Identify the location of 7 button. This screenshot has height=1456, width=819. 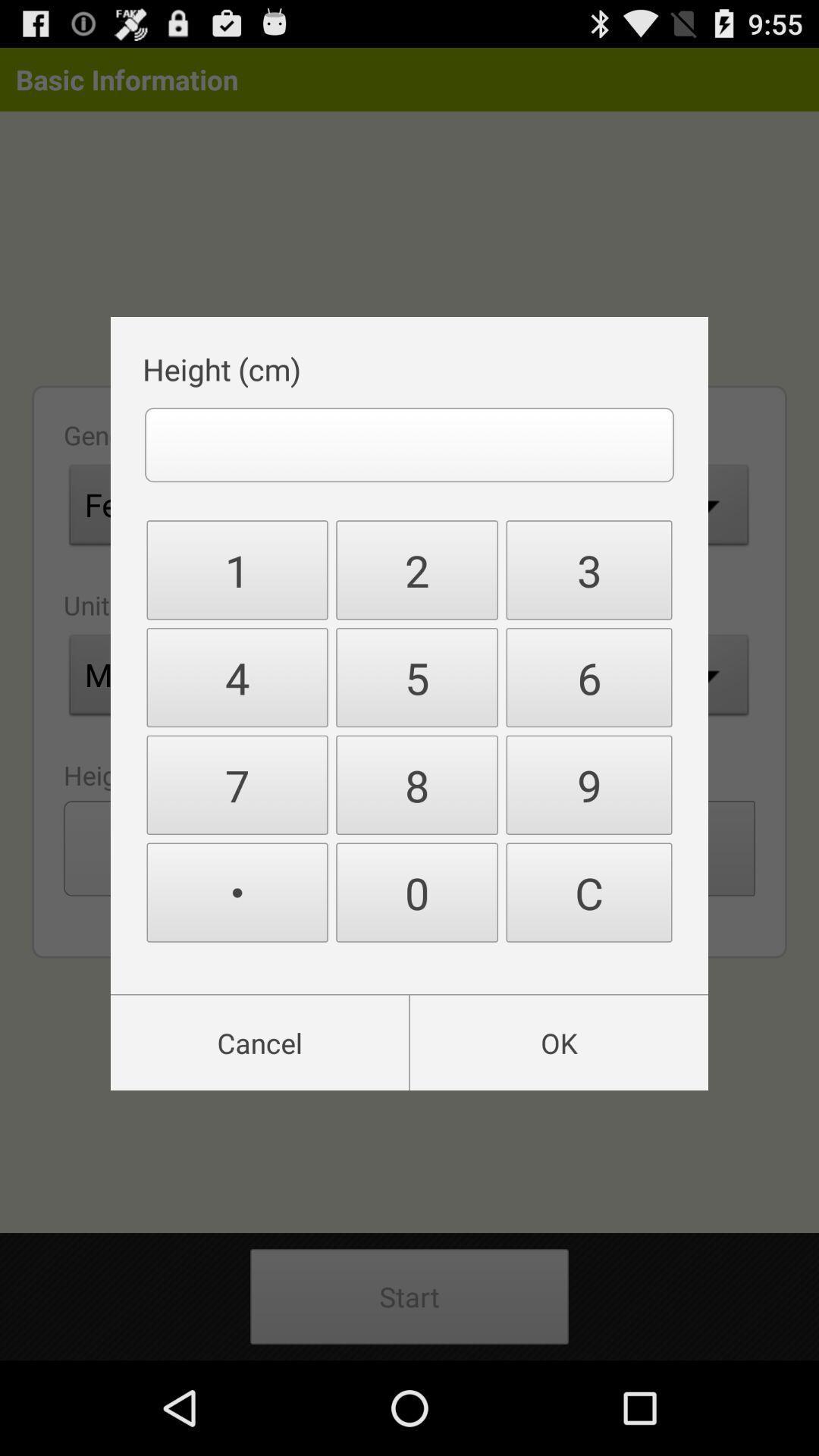
(237, 785).